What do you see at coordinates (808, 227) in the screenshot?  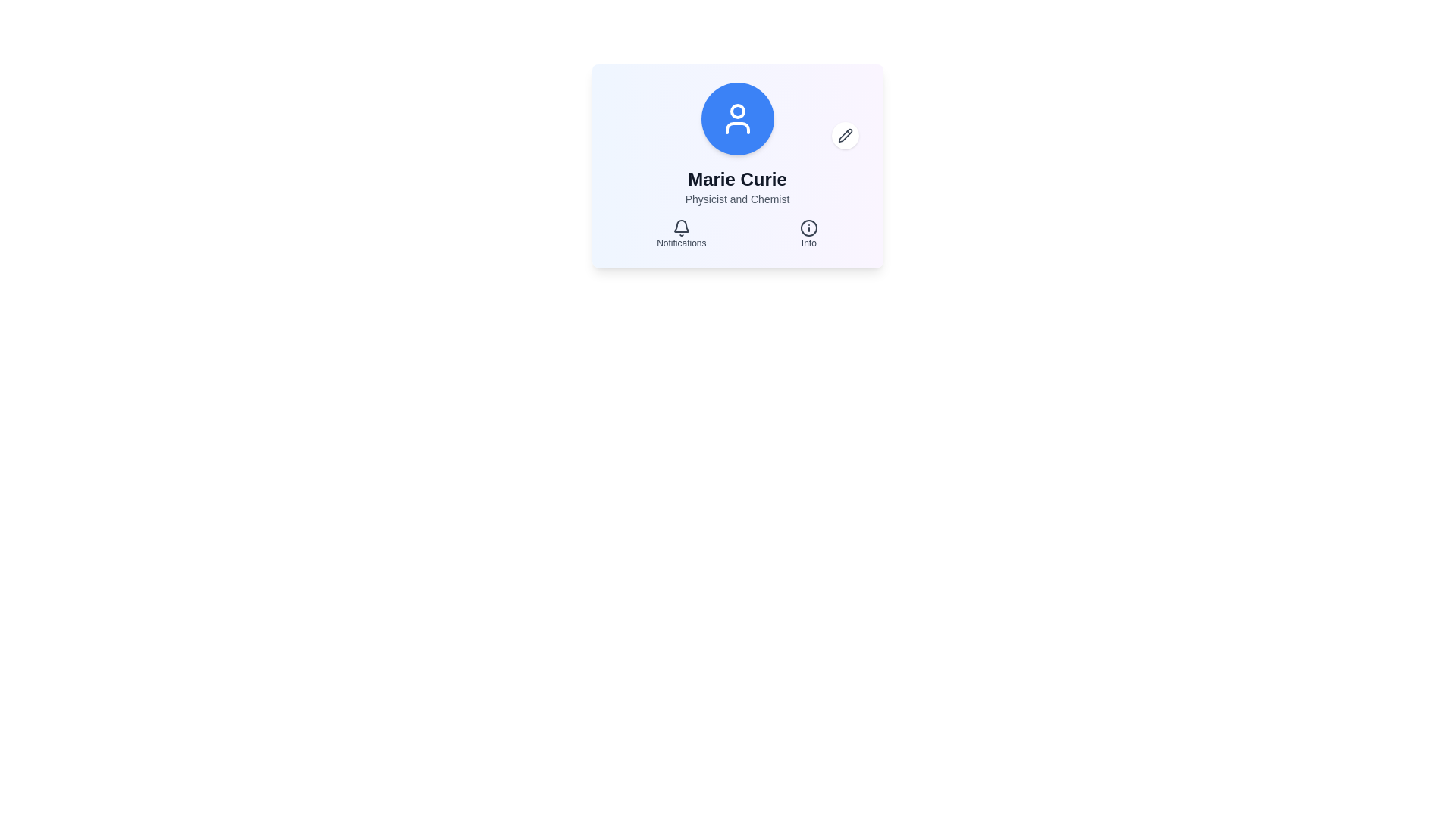 I see `the circular 'Info' icon with a gray 'i' symbol` at bounding box center [808, 227].